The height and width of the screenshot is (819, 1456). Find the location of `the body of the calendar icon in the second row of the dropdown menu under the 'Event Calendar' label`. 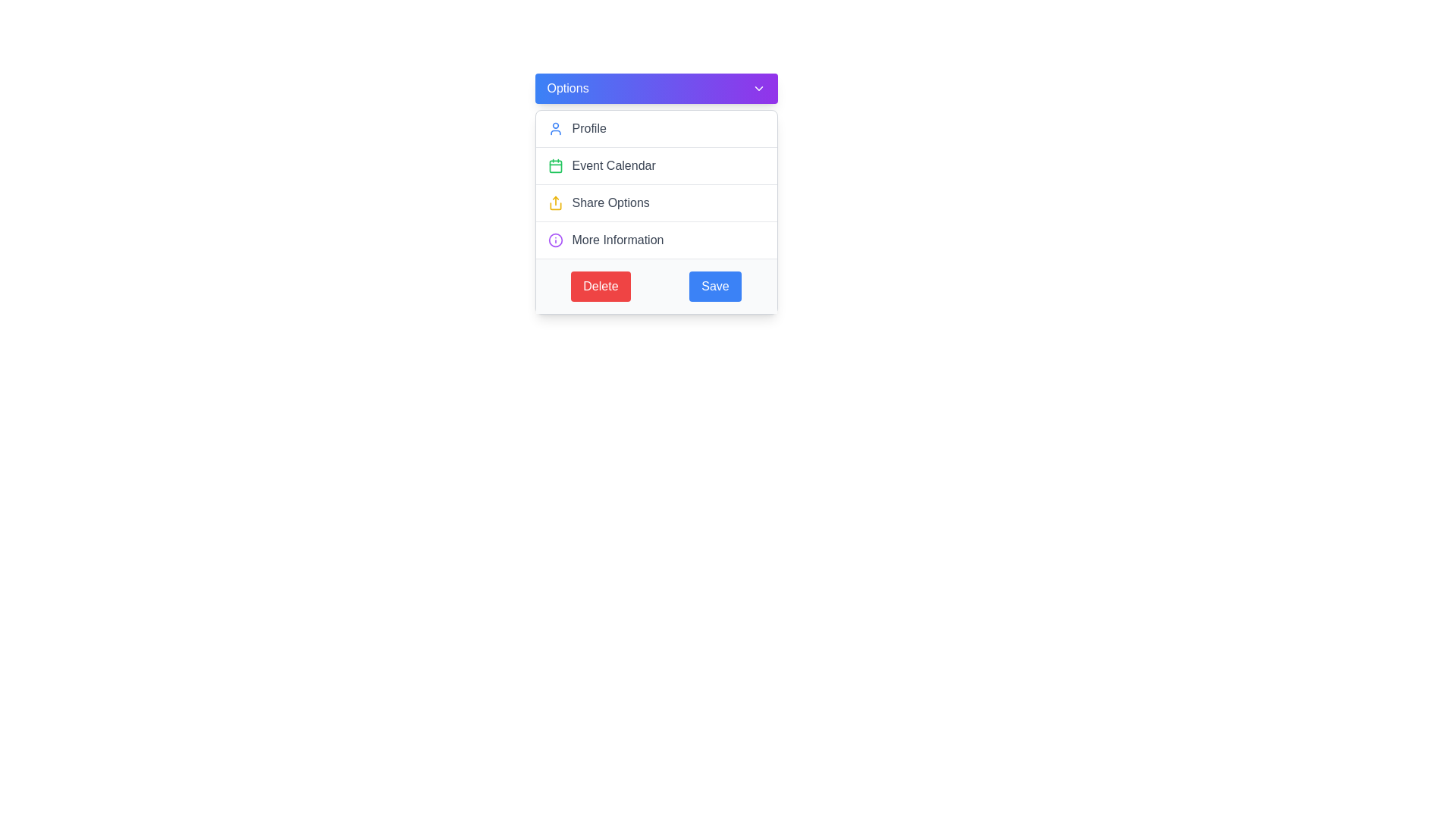

the body of the calendar icon in the second row of the dropdown menu under the 'Event Calendar' label is located at coordinates (554, 166).